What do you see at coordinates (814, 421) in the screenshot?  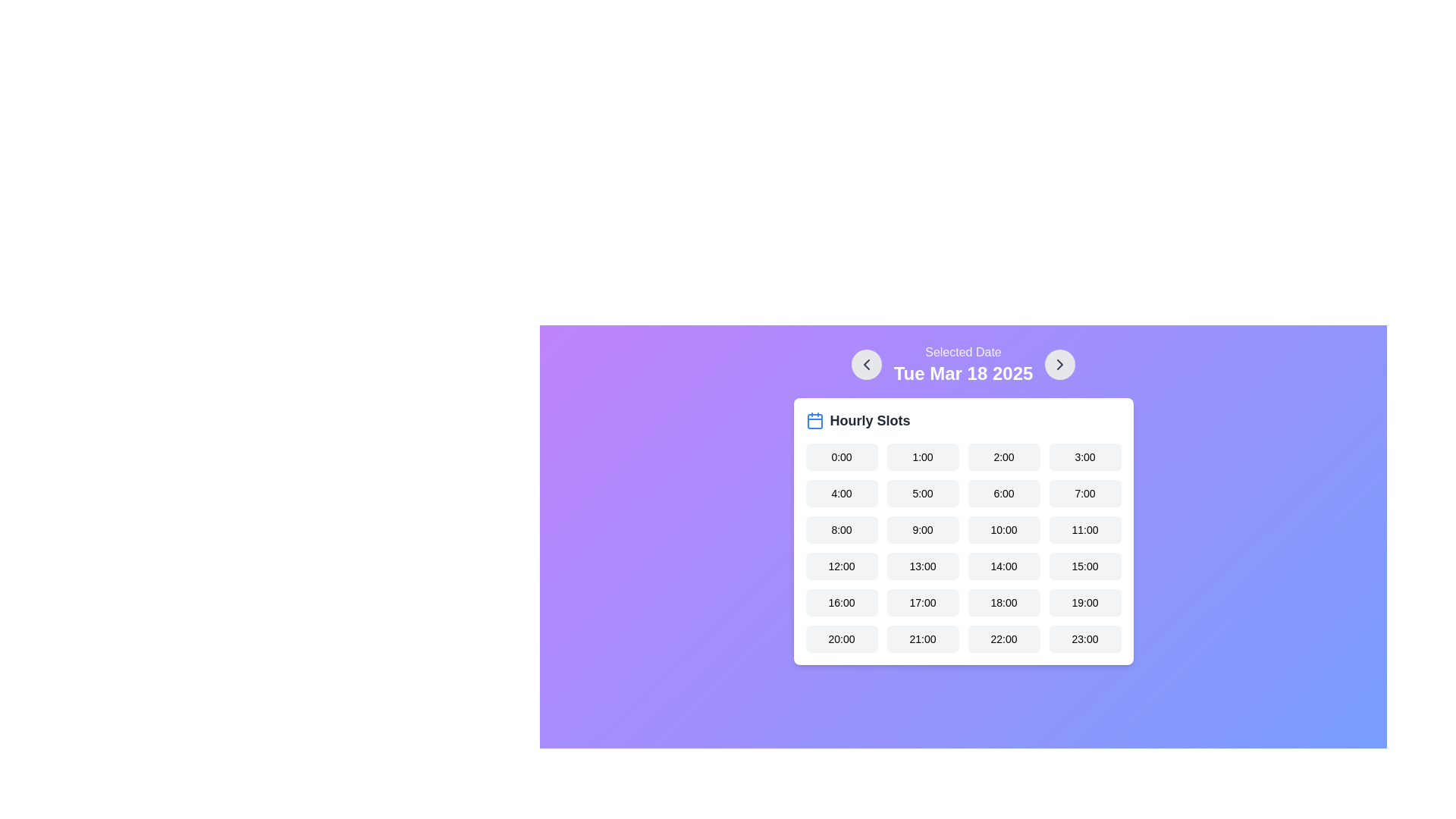 I see `the calendar icon with a blue outline located at the top left corner of the 'Hourly Slots' section, directly preceding the text 'Hourly Slots'` at bounding box center [814, 421].